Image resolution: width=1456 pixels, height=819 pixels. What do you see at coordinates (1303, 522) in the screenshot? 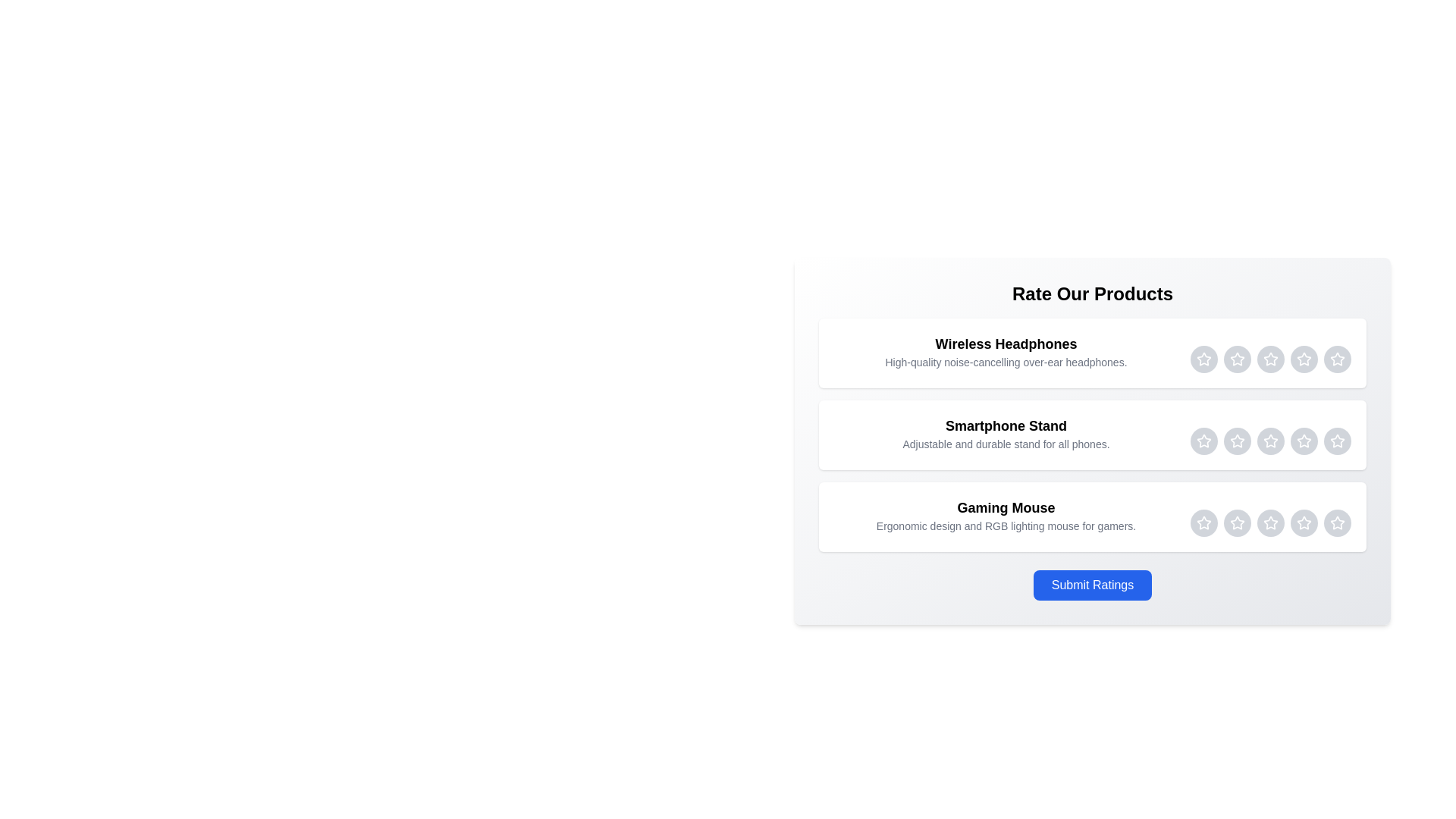
I see `the Gaming Mouse rating star 4` at bounding box center [1303, 522].